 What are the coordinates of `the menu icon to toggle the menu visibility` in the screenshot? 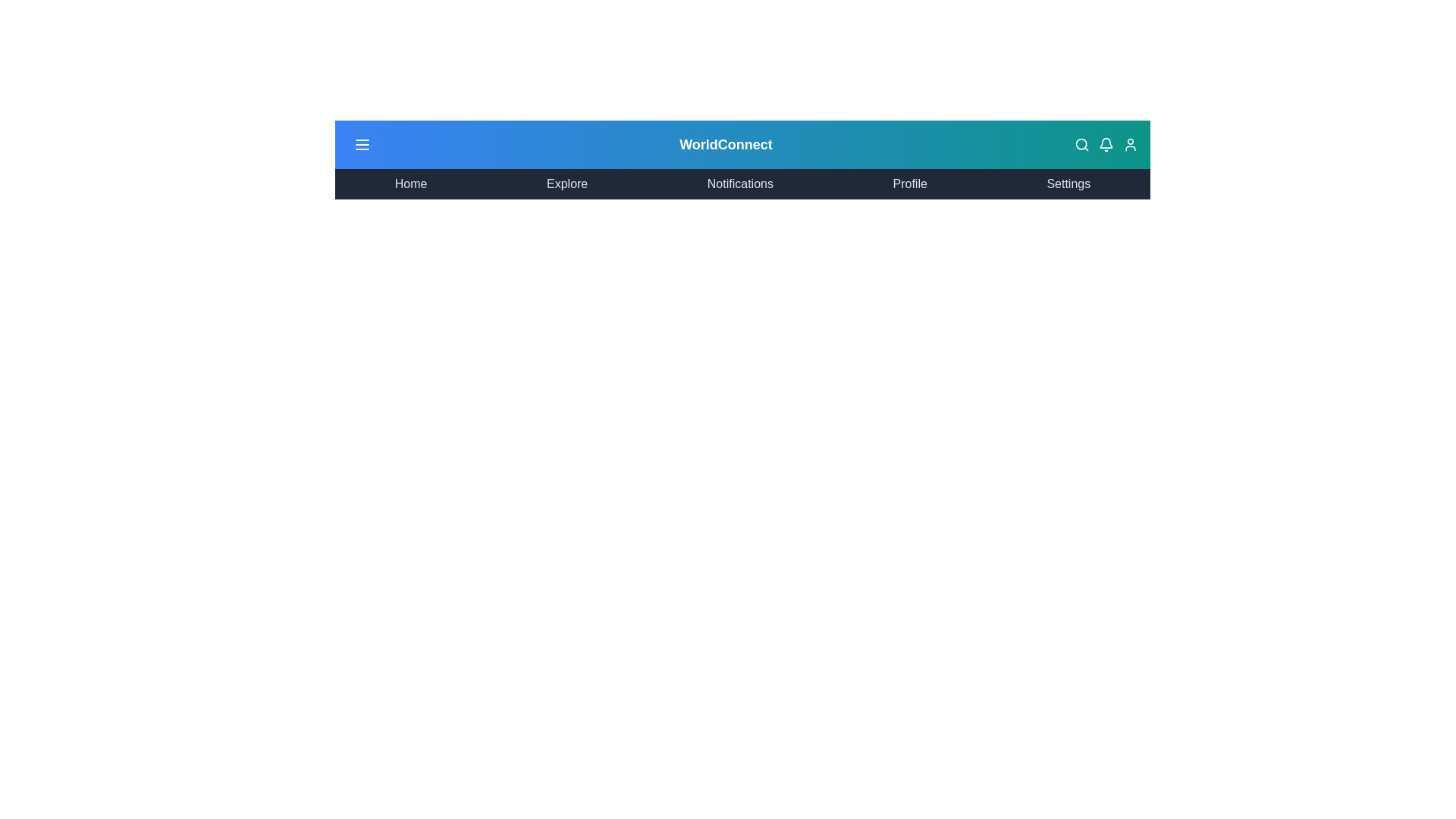 It's located at (362, 145).